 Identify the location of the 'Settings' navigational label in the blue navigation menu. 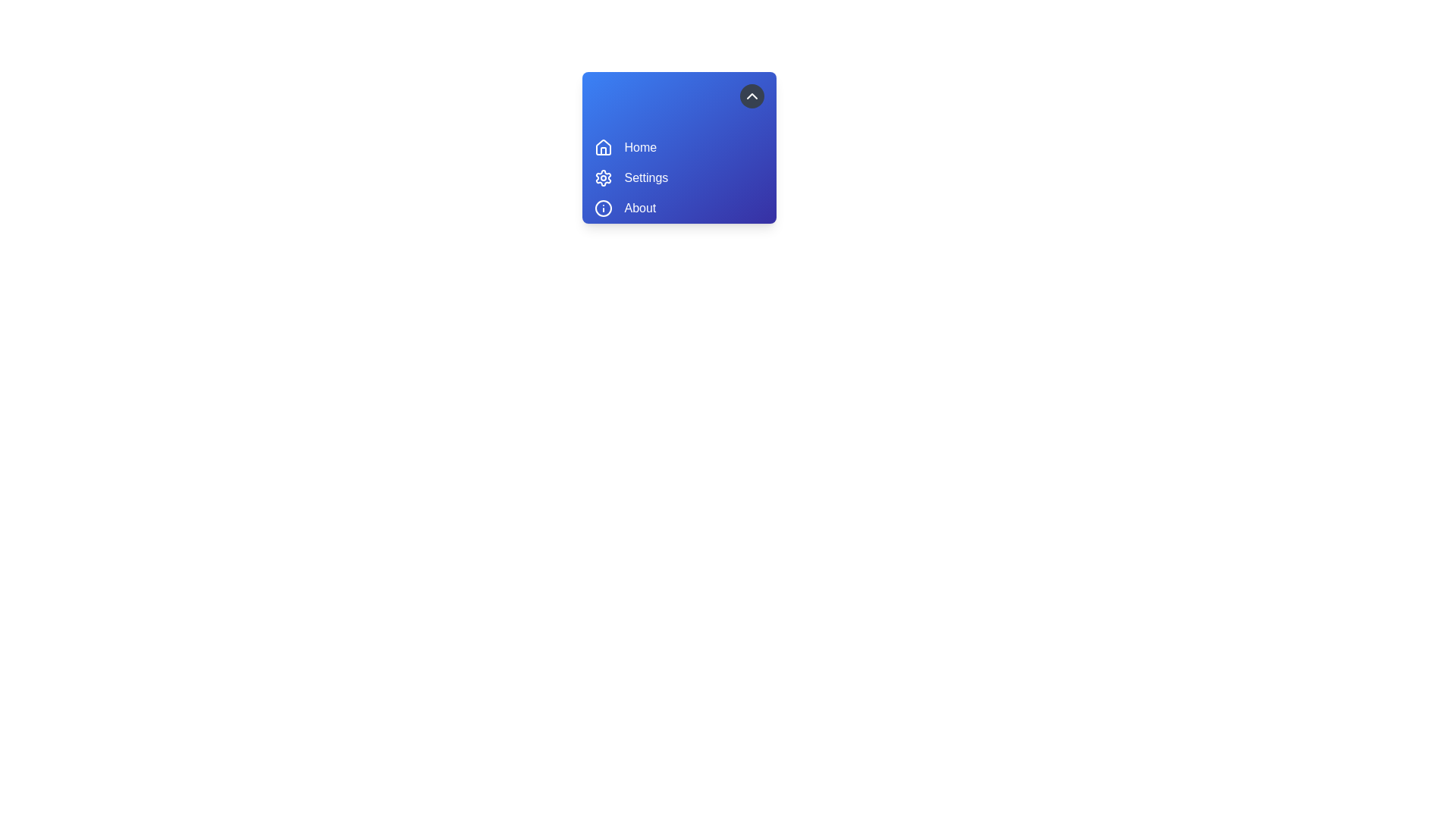
(646, 177).